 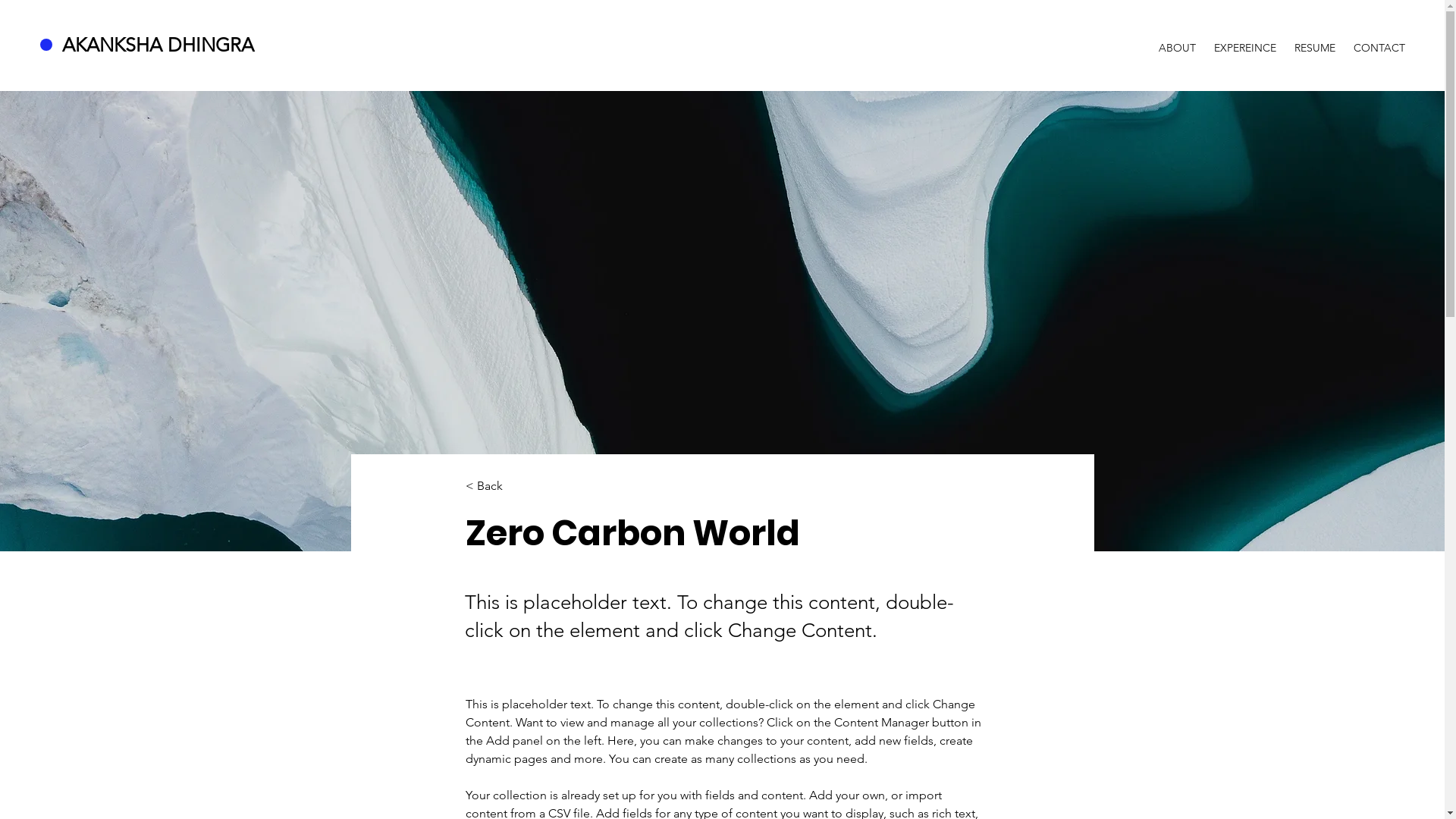 What do you see at coordinates (1244, 40) in the screenshot?
I see `'EXPEREINCE'` at bounding box center [1244, 40].